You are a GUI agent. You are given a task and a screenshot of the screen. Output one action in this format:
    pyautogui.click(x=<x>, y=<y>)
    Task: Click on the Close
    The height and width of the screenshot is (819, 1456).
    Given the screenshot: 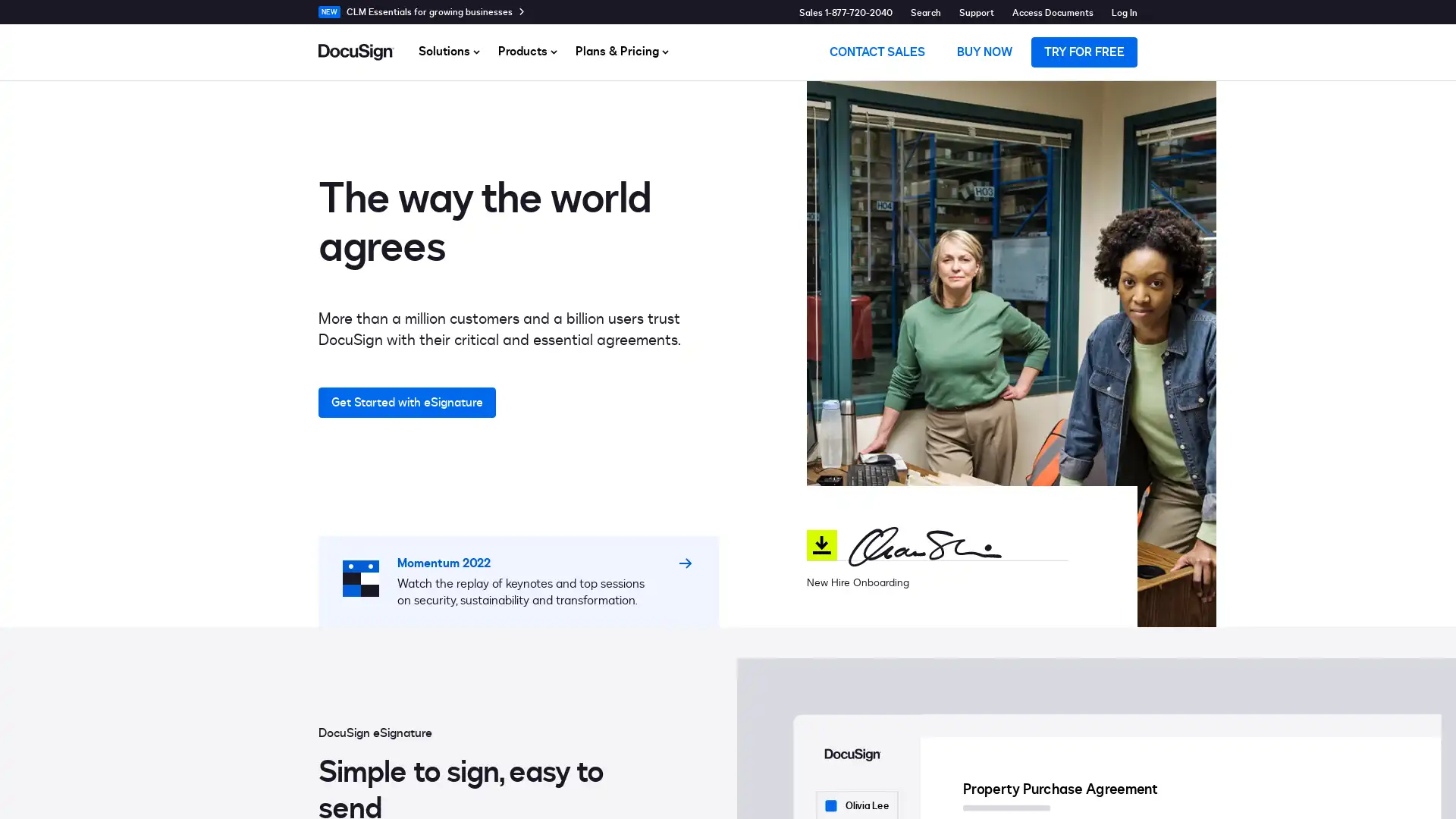 What is the action you would take?
    pyautogui.click(x=1430, y=784)
    